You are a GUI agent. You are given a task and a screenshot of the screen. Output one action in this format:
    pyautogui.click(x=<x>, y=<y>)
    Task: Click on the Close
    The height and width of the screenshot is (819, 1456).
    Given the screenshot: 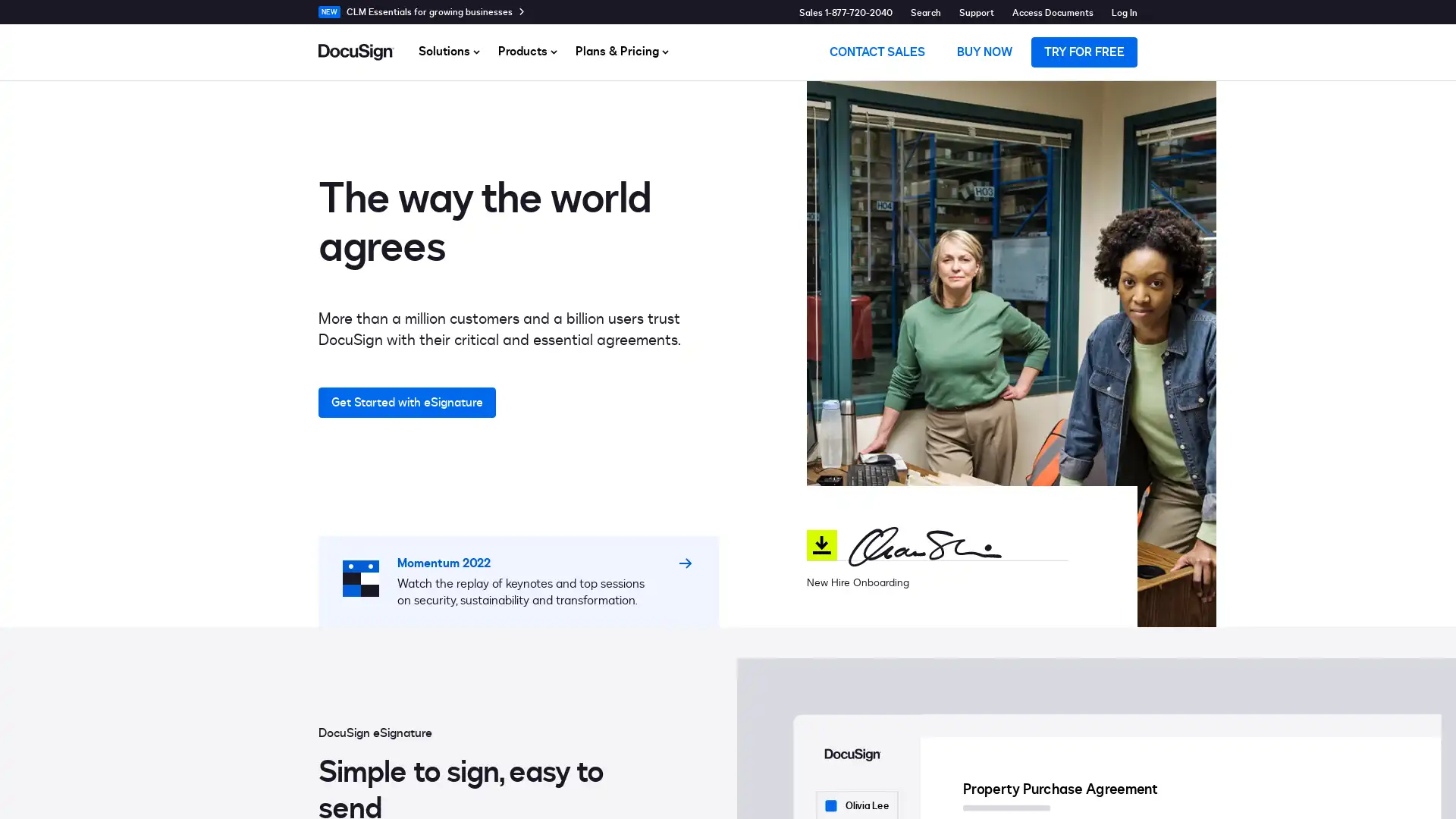 What is the action you would take?
    pyautogui.click(x=1430, y=784)
    